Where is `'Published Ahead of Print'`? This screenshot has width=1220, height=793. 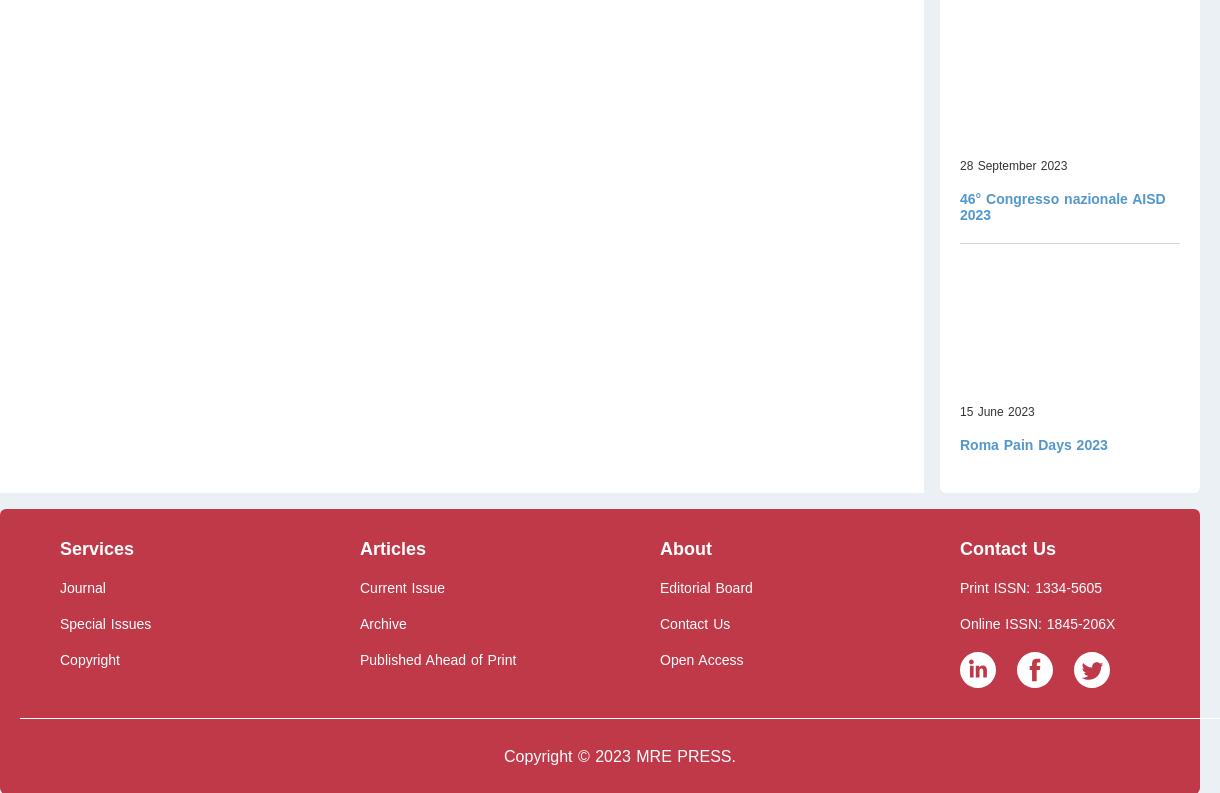 'Published Ahead of Print' is located at coordinates (437, 659).